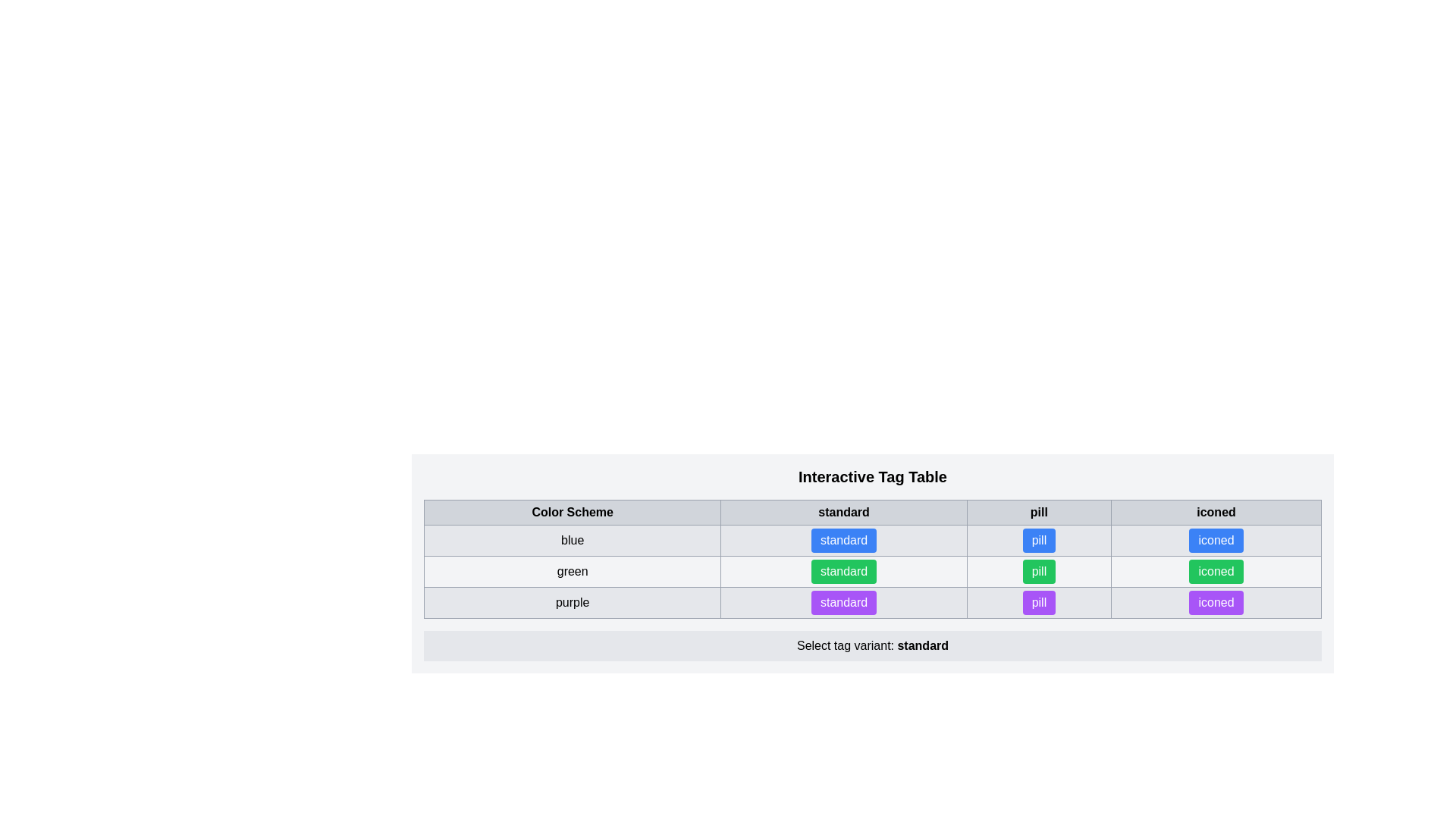 The height and width of the screenshot is (819, 1456). What do you see at coordinates (922, 645) in the screenshot?
I see `the text label displaying 'standard' located in the bottom section of the interface under the 'Interactive Tag Table'` at bounding box center [922, 645].